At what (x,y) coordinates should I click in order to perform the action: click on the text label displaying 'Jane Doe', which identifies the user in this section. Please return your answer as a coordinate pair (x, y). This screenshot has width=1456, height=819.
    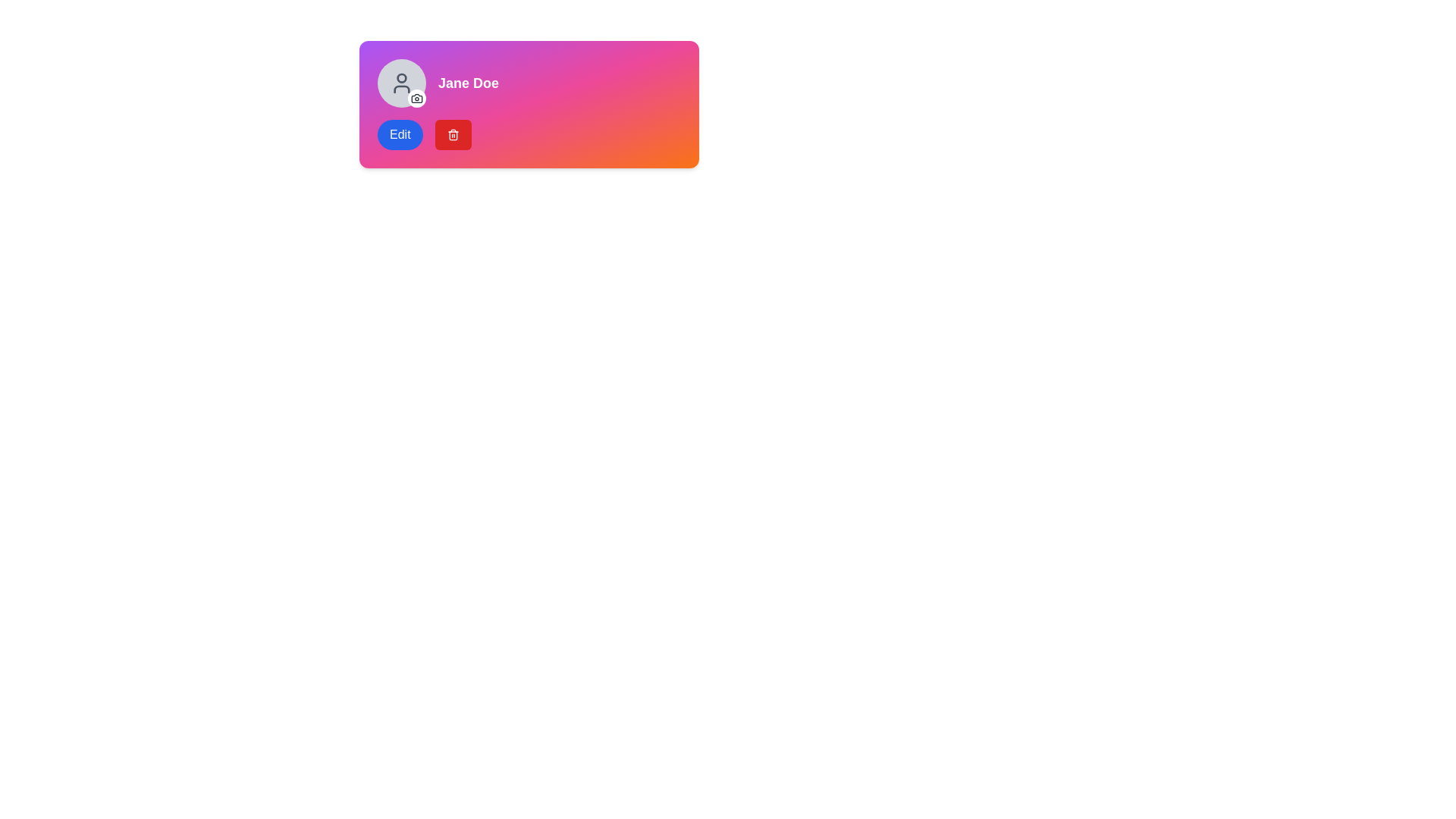
    Looking at the image, I should click on (468, 83).